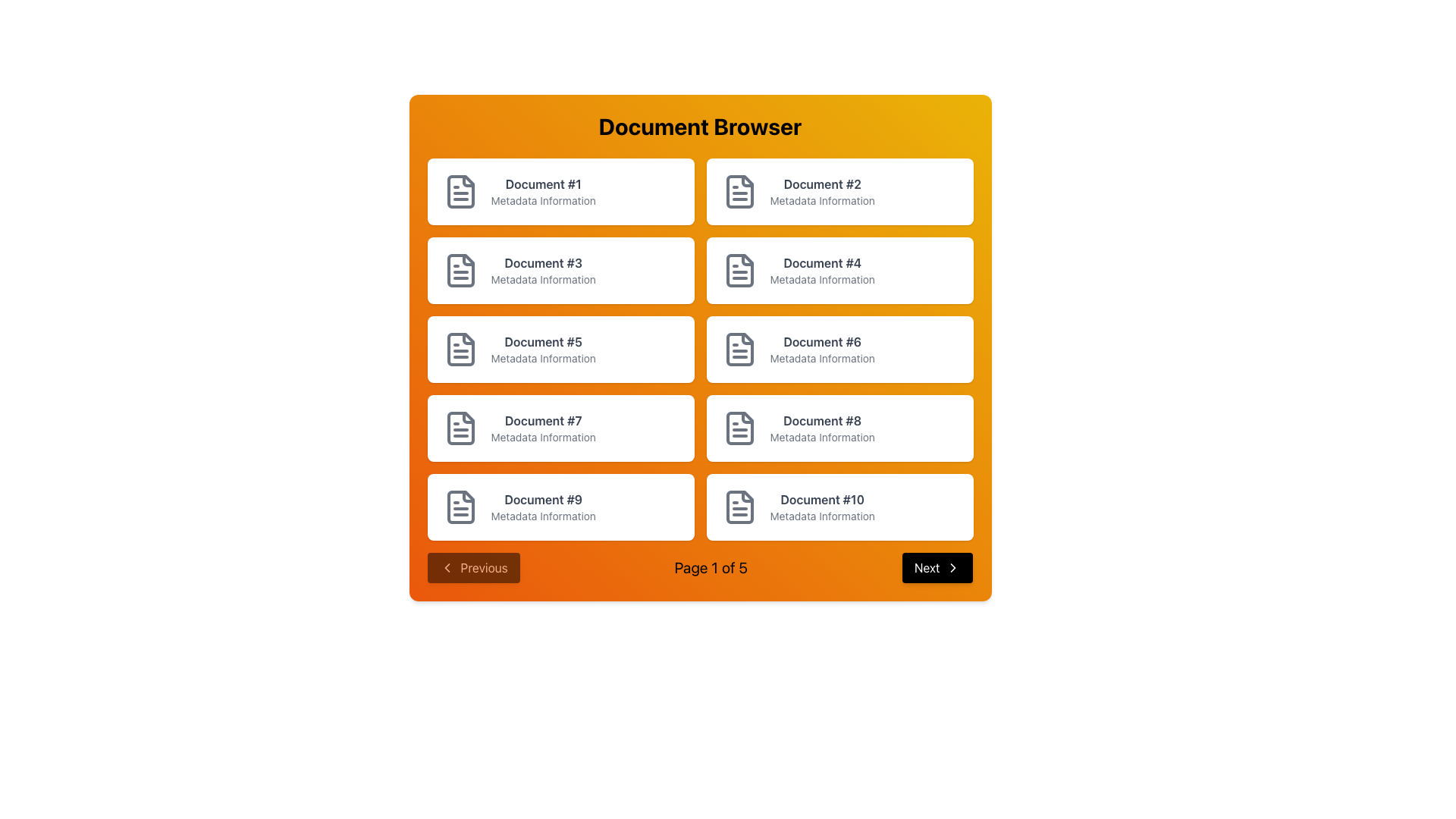 This screenshot has height=819, width=1456. What do you see at coordinates (739, 507) in the screenshot?
I see `the gray file icon with a folded corner and three stylized lines representing a document, located in the bottom-right corner of the grid layout, next to the label 'Document #10'` at bounding box center [739, 507].